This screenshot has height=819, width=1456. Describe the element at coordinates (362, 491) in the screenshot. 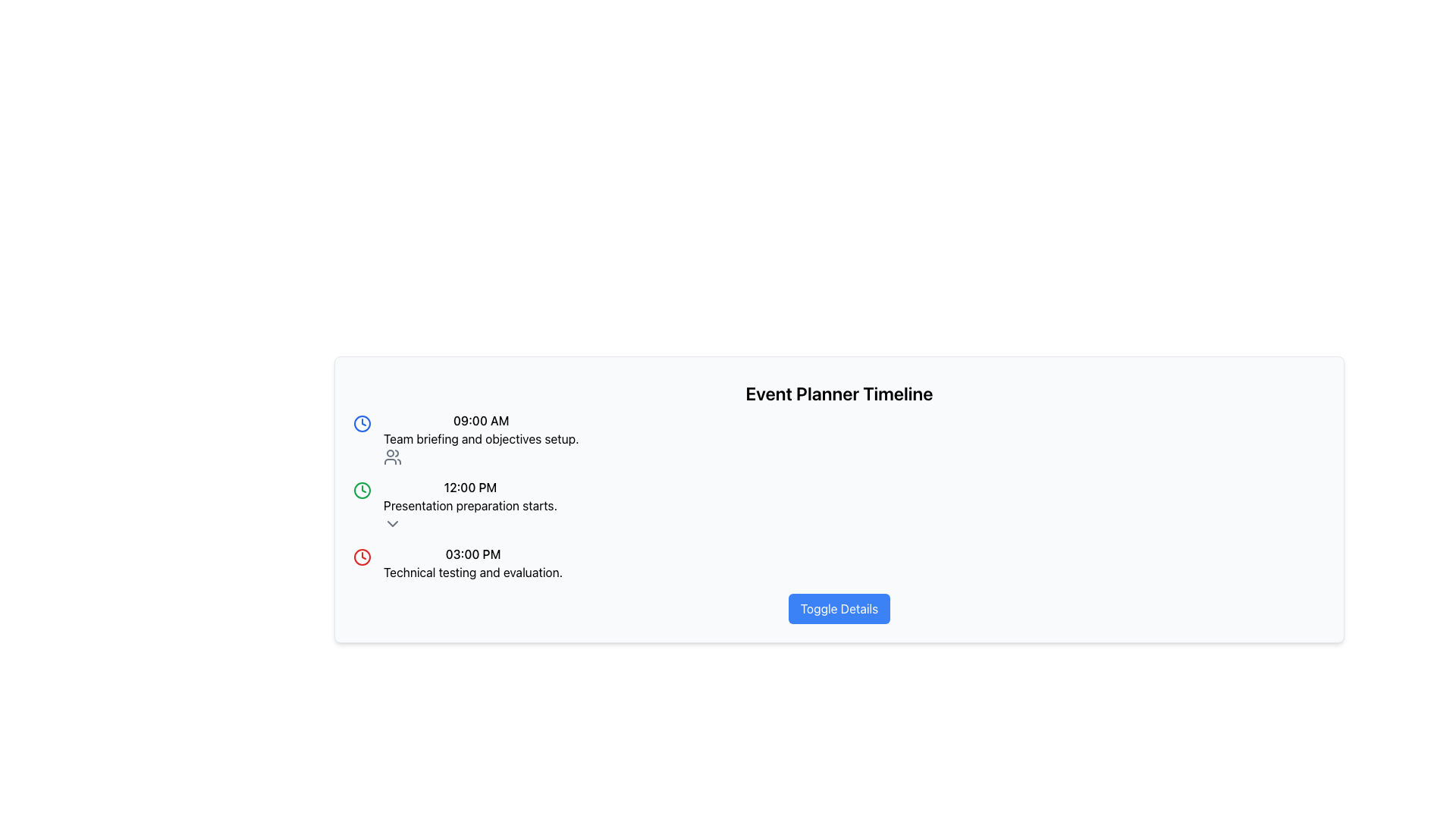

I see `the circular clock icon with a green outline and white center located to the left of the '03:00 PM Technical testing and evaluation' text` at that location.